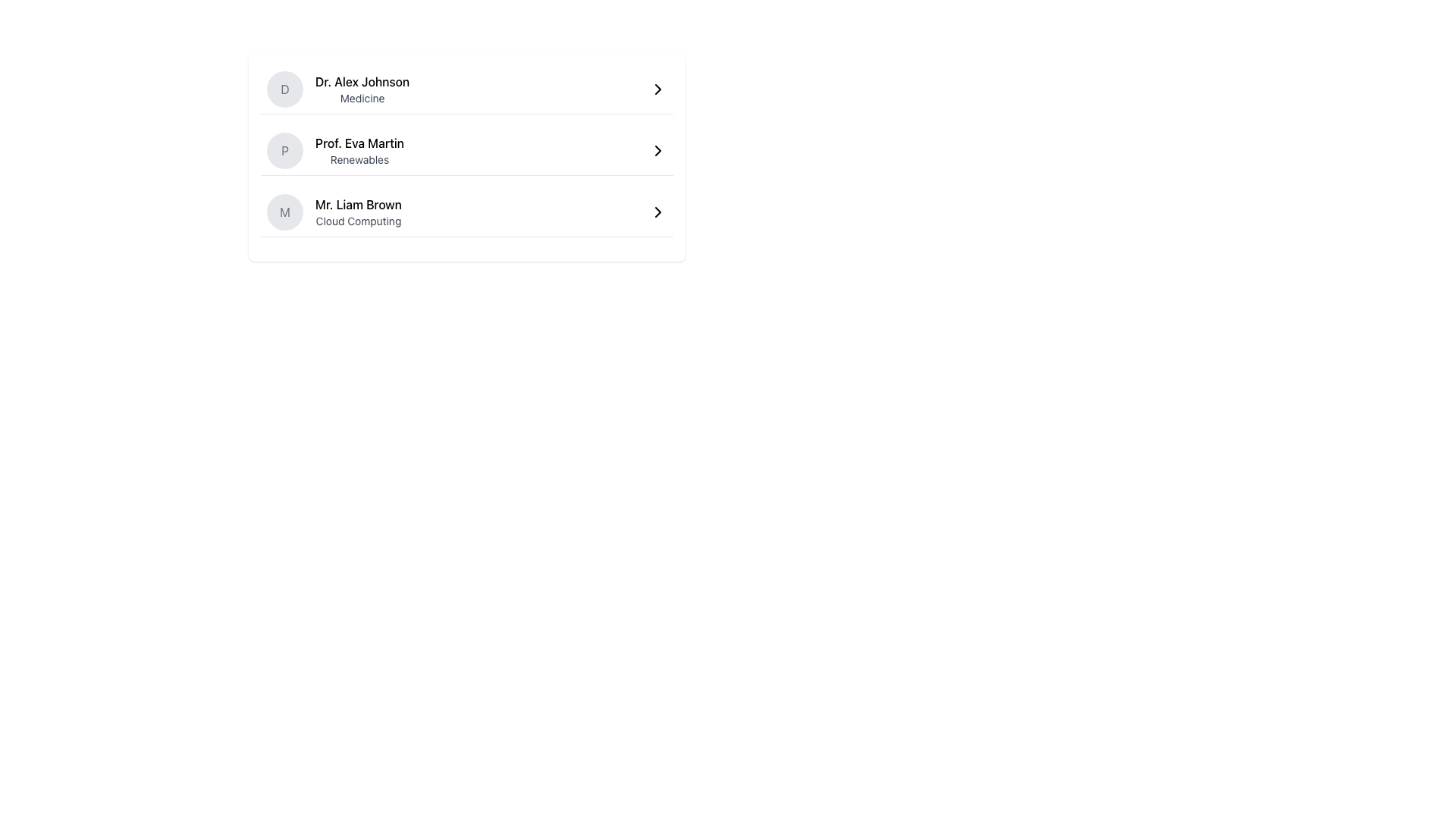 Image resolution: width=1456 pixels, height=819 pixels. What do you see at coordinates (359, 143) in the screenshot?
I see `the Text label displaying 'Prof. Eva Martin' in the second row of the contact list, which is positioned above the subtitle 'Renewables'` at bounding box center [359, 143].